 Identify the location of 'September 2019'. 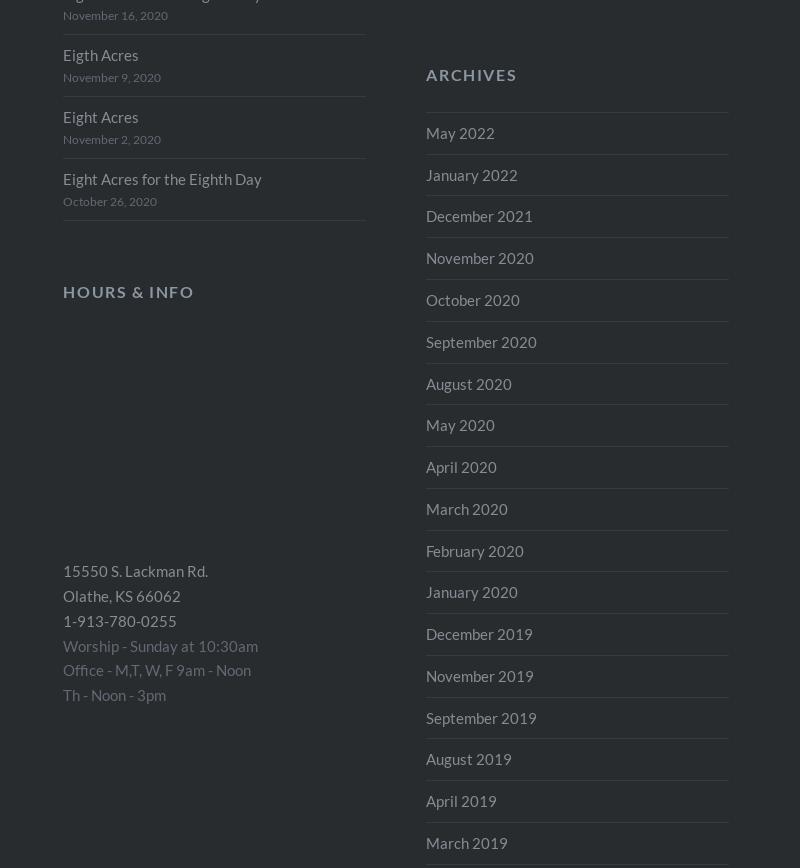
(481, 716).